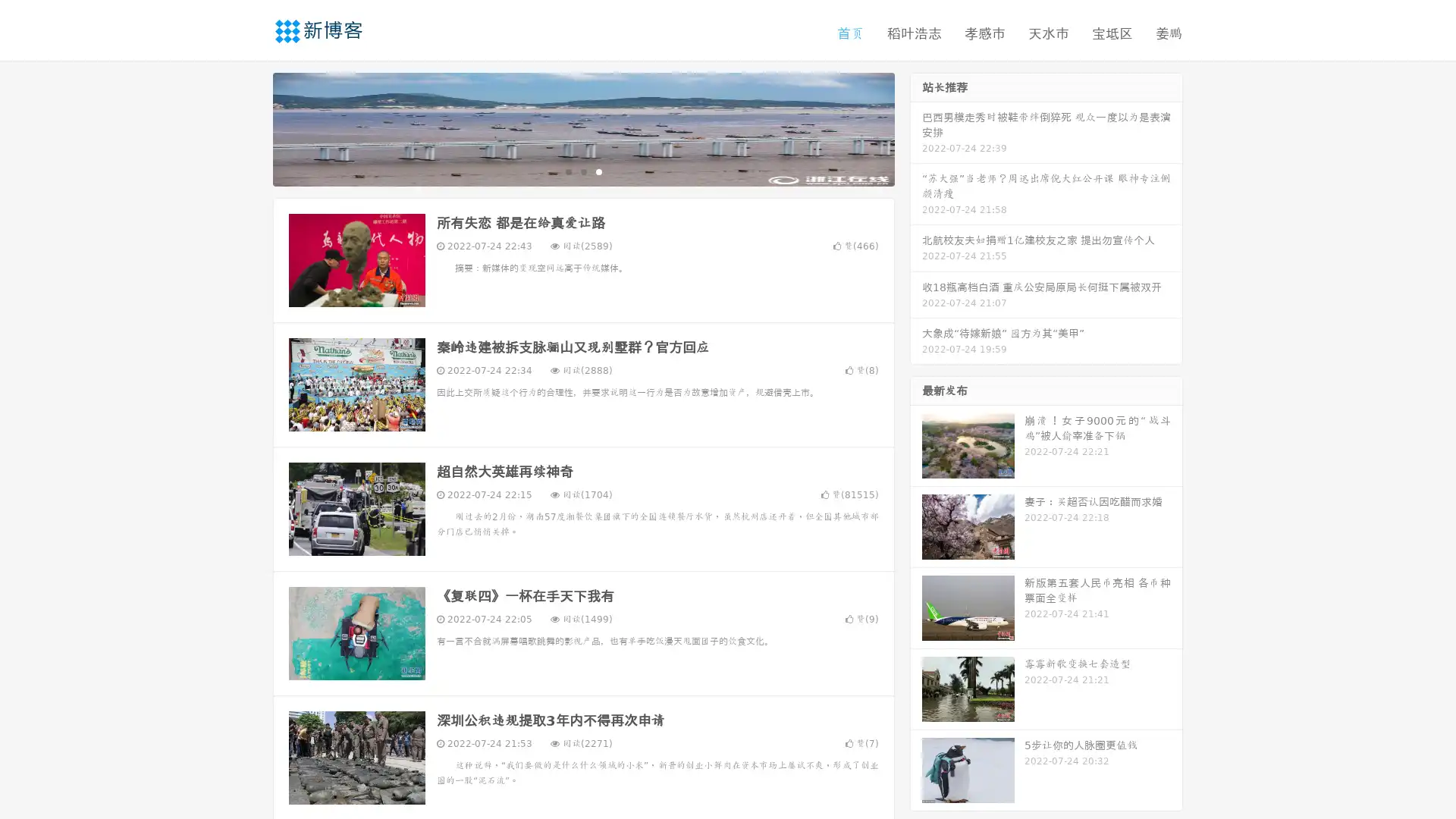 Image resolution: width=1456 pixels, height=819 pixels. What do you see at coordinates (567, 171) in the screenshot?
I see `Go to slide 1` at bounding box center [567, 171].